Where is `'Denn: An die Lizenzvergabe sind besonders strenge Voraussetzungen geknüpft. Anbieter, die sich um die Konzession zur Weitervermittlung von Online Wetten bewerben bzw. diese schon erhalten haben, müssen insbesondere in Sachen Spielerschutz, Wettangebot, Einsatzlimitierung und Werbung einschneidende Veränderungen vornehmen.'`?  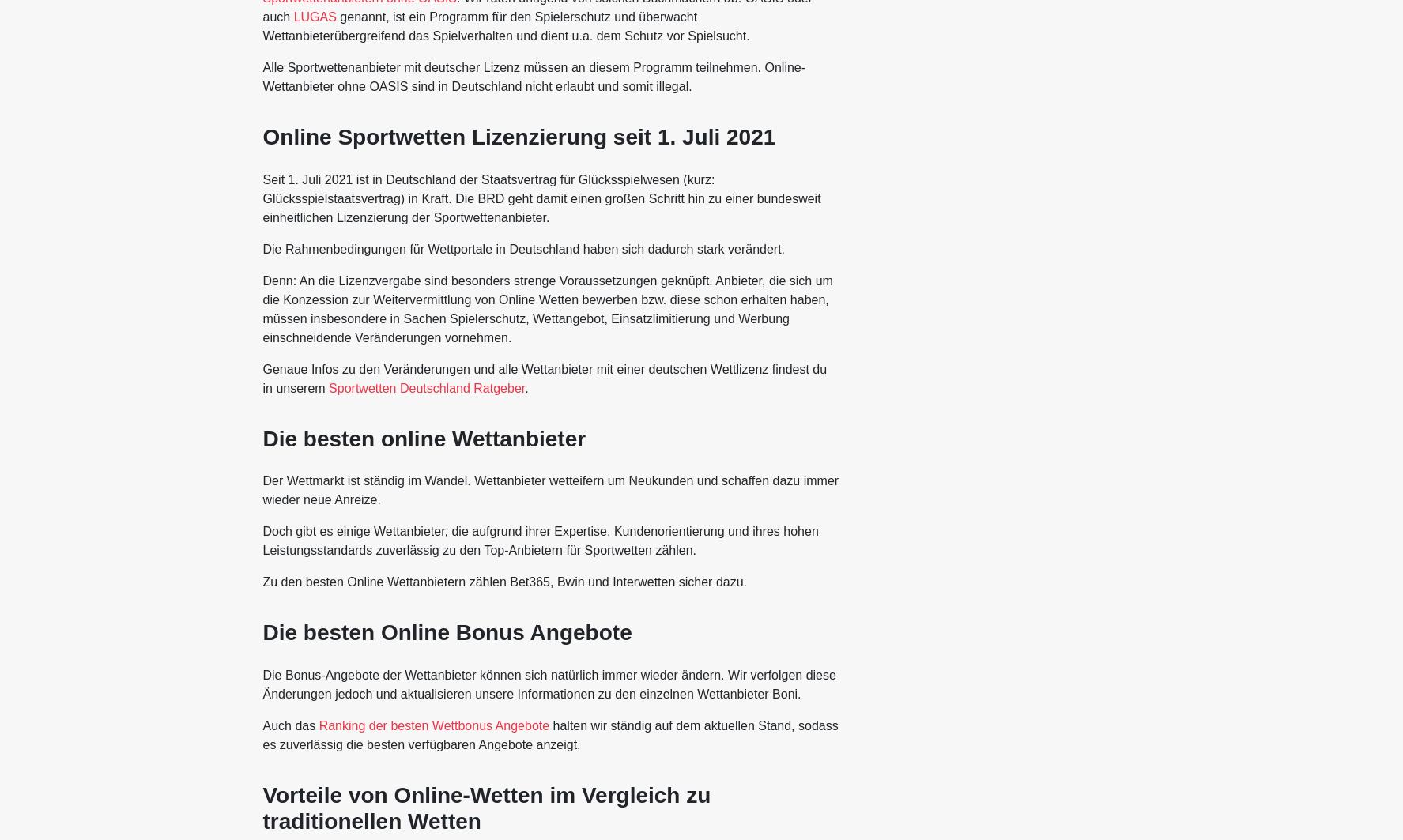
'Denn: An die Lizenzvergabe sind besonders strenge Voraussetzungen geknüpft. Anbieter, die sich um die Konzession zur Weitervermittlung von Online Wetten bewerben bzw. diese schon erhalten haben, müssen insbesondere in Sachen Spielerschutz, Wettangebot, Einsatzlimitierung und Werbung einschneidende Veränderungen vornehmen.' is located at coordinates (546, 308).